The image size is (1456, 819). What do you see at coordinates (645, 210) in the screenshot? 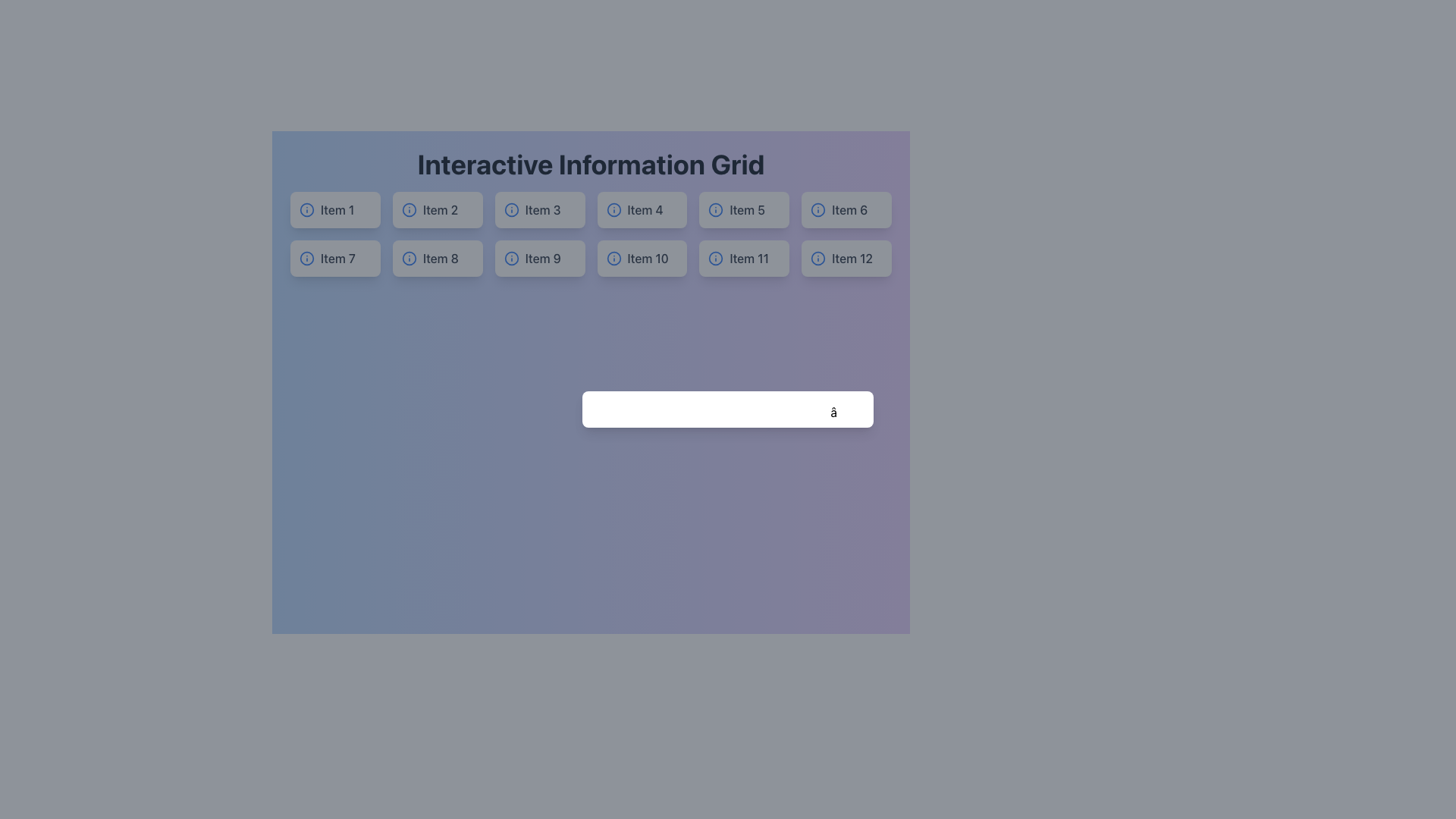
I see `the text label displaying 'Item 4', which is styled with a gray font color and medium font weight, located towards the center of the interface in a horizontal arrangement of items` at bounding box center [645, 210].